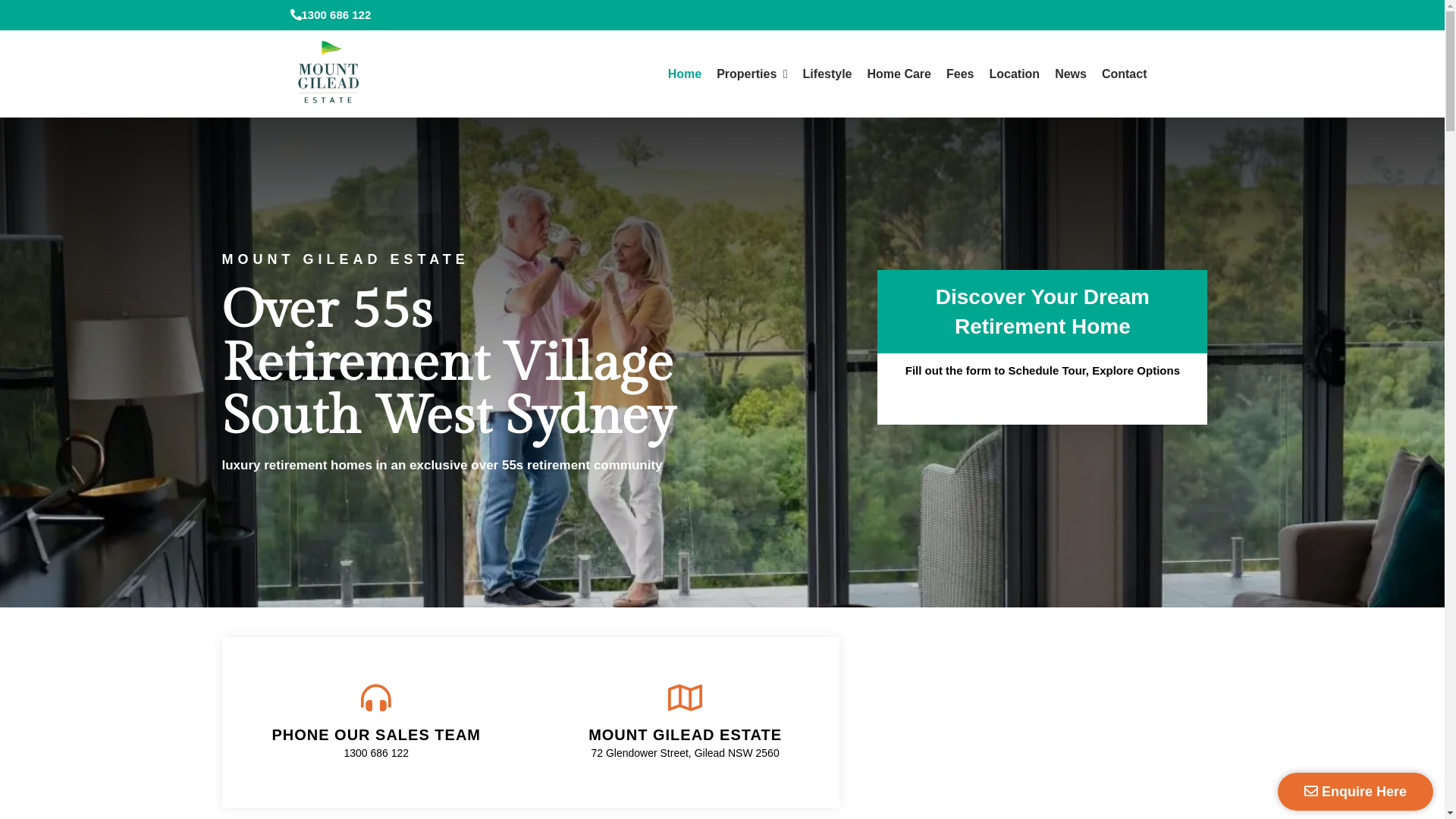 The image size is (1456, 819). Describe the element at coordinates (660, 74) in the screenshot. I see `'Home'` at that location.